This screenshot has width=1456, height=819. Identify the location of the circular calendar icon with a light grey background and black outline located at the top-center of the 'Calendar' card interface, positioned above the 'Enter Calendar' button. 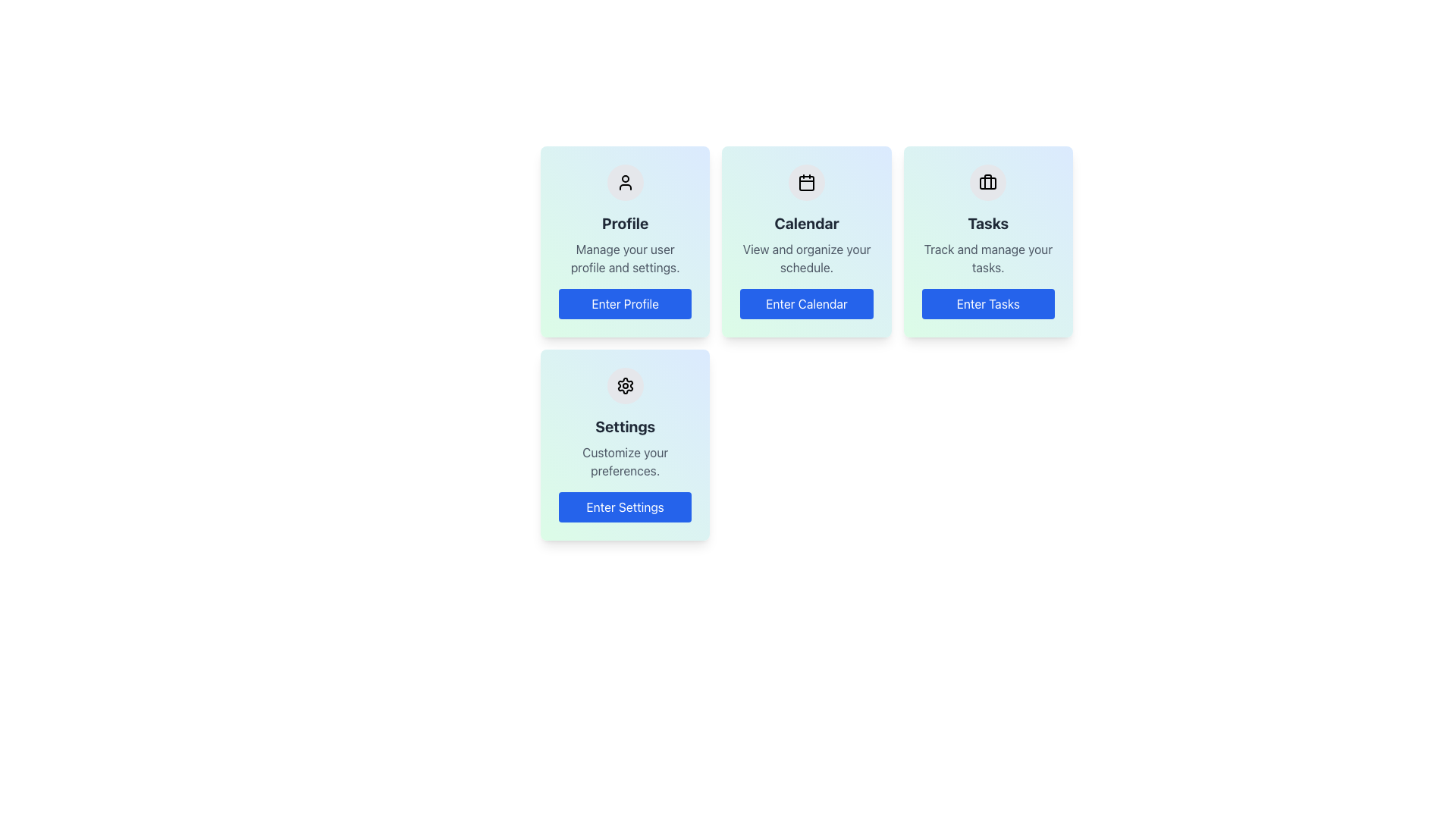
(806, 181).